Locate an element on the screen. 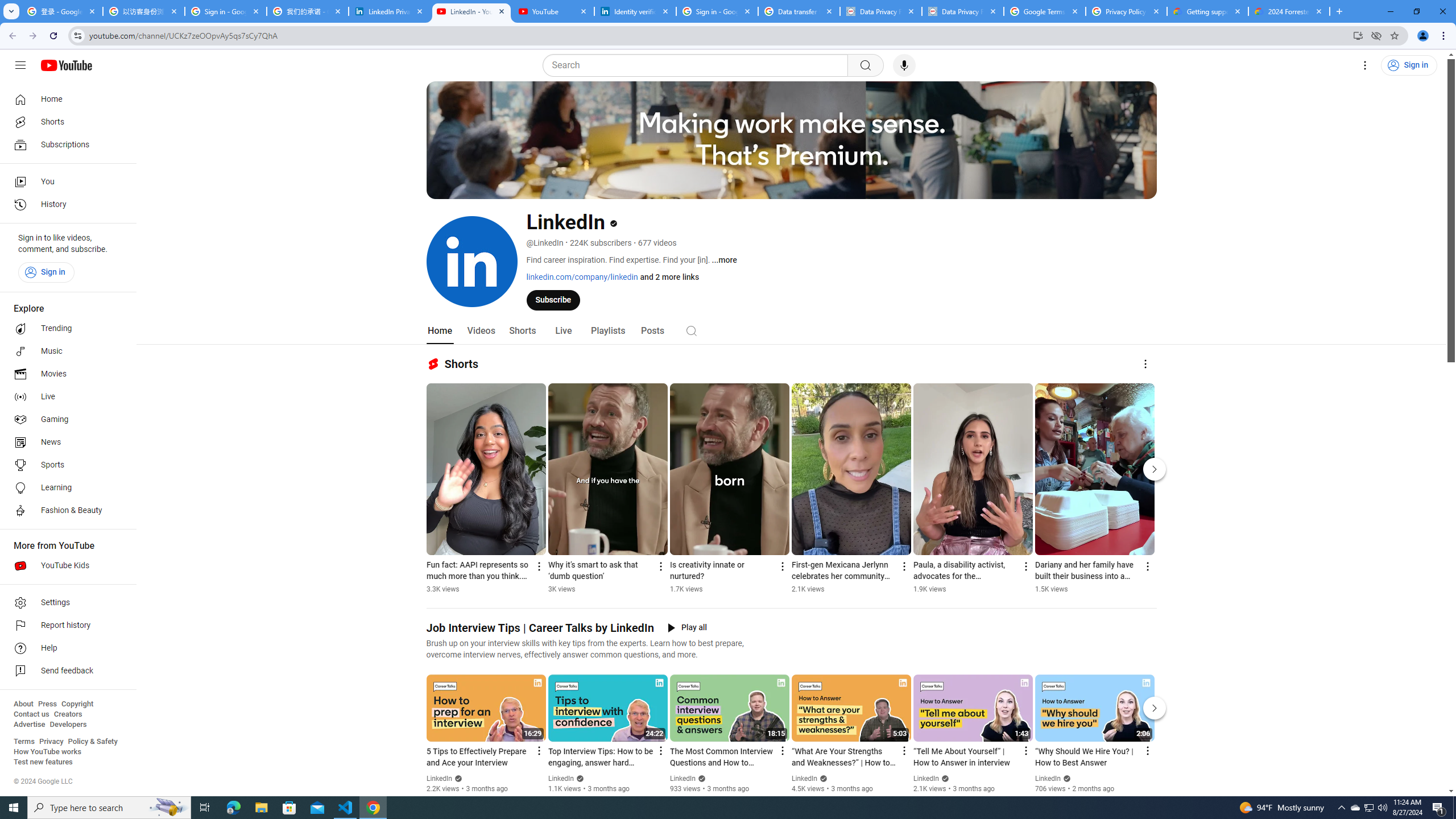 The image size is (1456, 819). 'How YouTube works' is located at coordinates (47, 751).